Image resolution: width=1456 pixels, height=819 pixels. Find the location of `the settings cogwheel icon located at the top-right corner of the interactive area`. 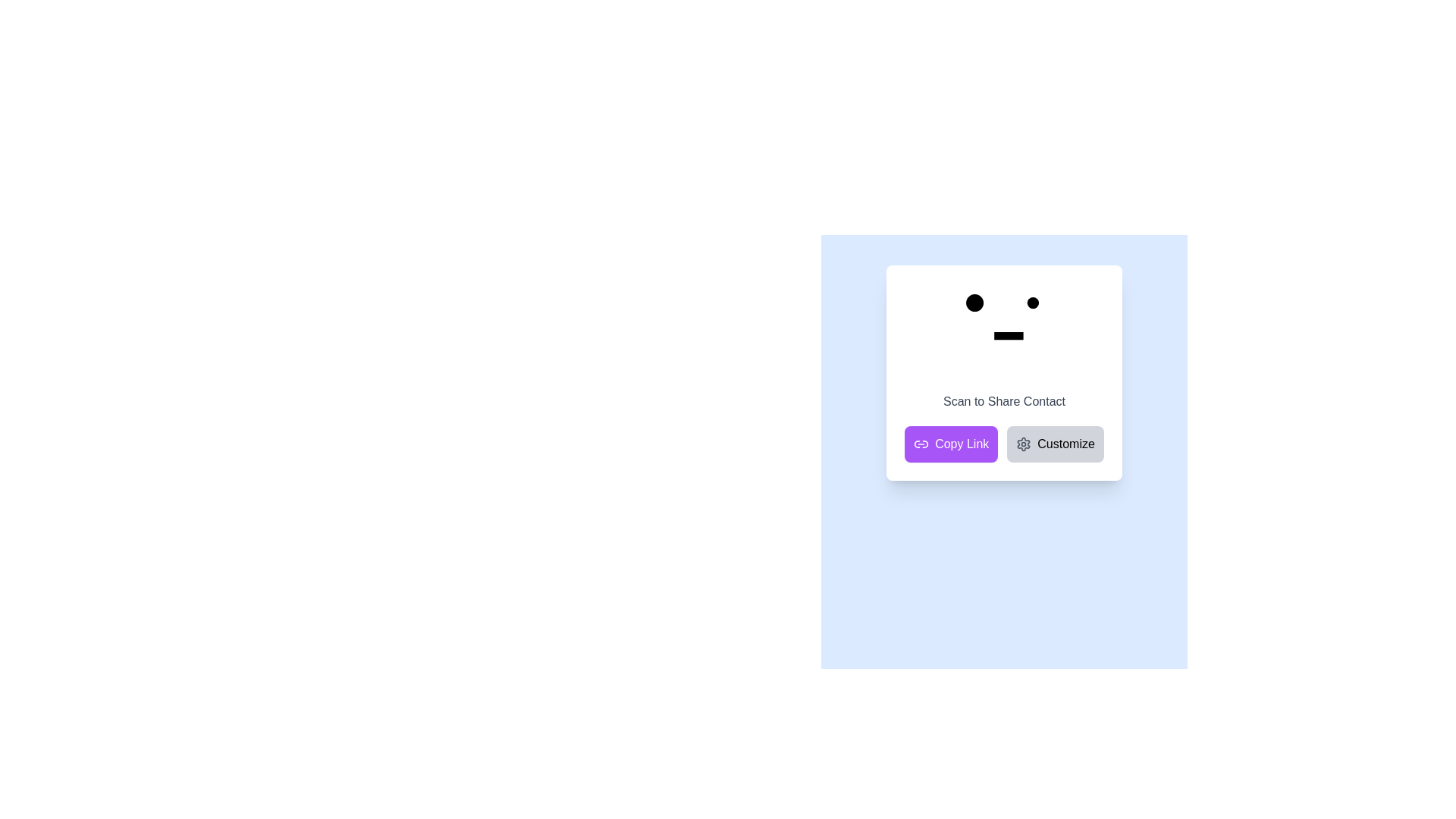

the settings cogwheel icon located at the top-right corner of the interactive area is located at coordinates (1024, 444).